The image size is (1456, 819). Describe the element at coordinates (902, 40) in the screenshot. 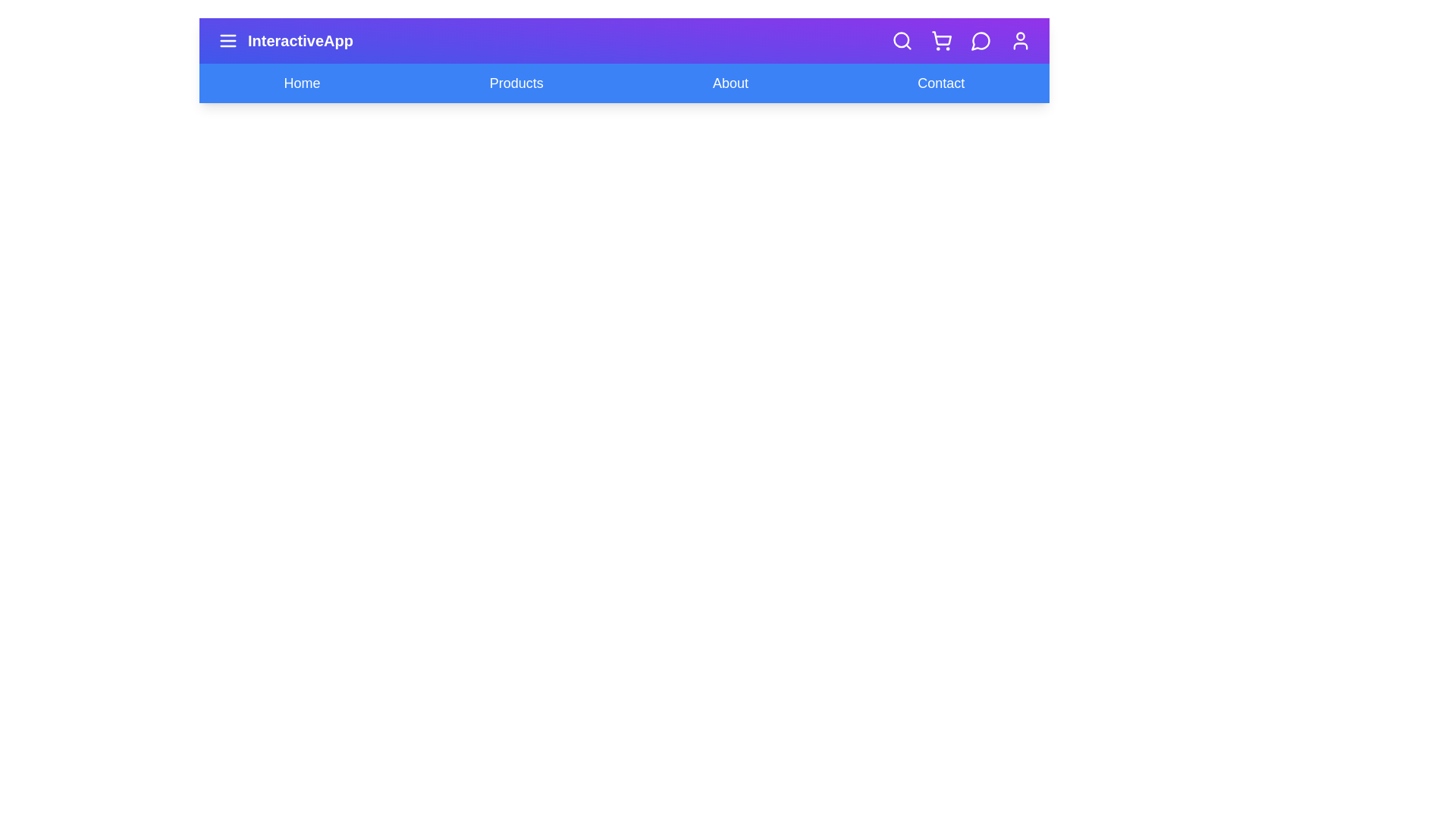

I see `the specified icon button: search` at that location.